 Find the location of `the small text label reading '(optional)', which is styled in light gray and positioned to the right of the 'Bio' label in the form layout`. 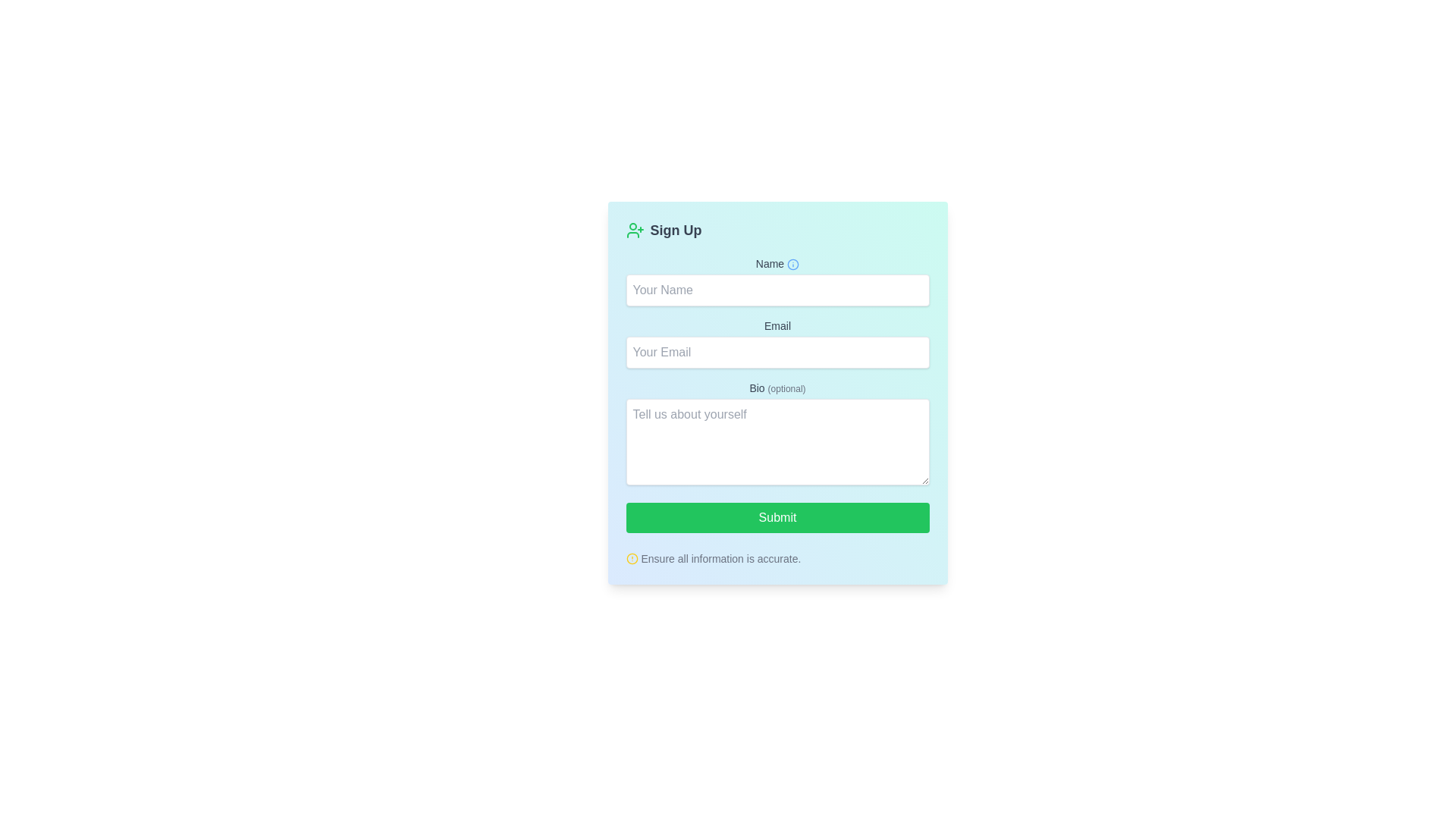

the small text label reading '(optional)', which is styled in light gray and positioned to the right of the 'Bio' label in the form layout is located at coordinates (786, 388).